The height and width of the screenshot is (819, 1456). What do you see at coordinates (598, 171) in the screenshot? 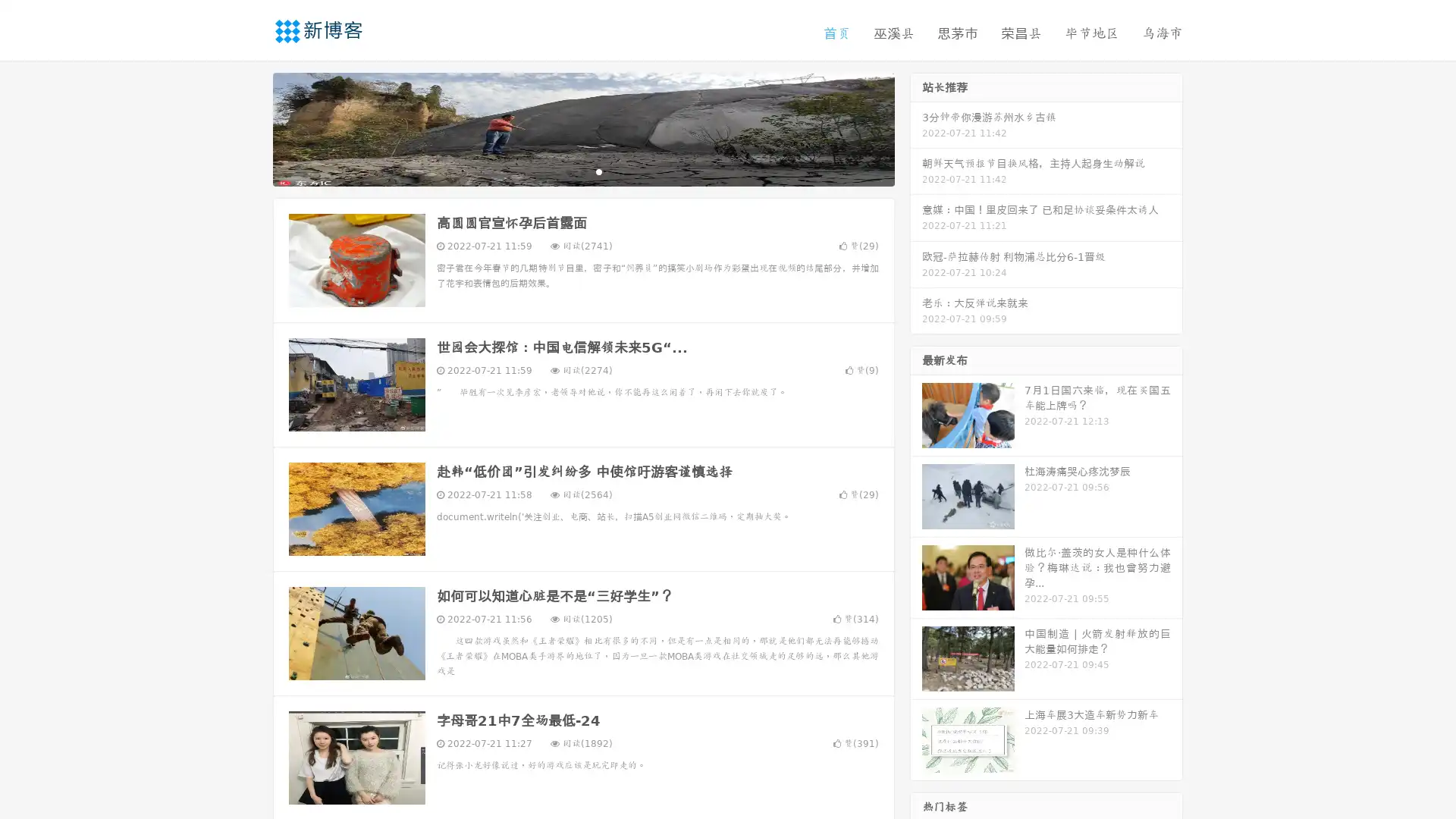
I see `Go to slide 3` at bounding box center [598, 171].